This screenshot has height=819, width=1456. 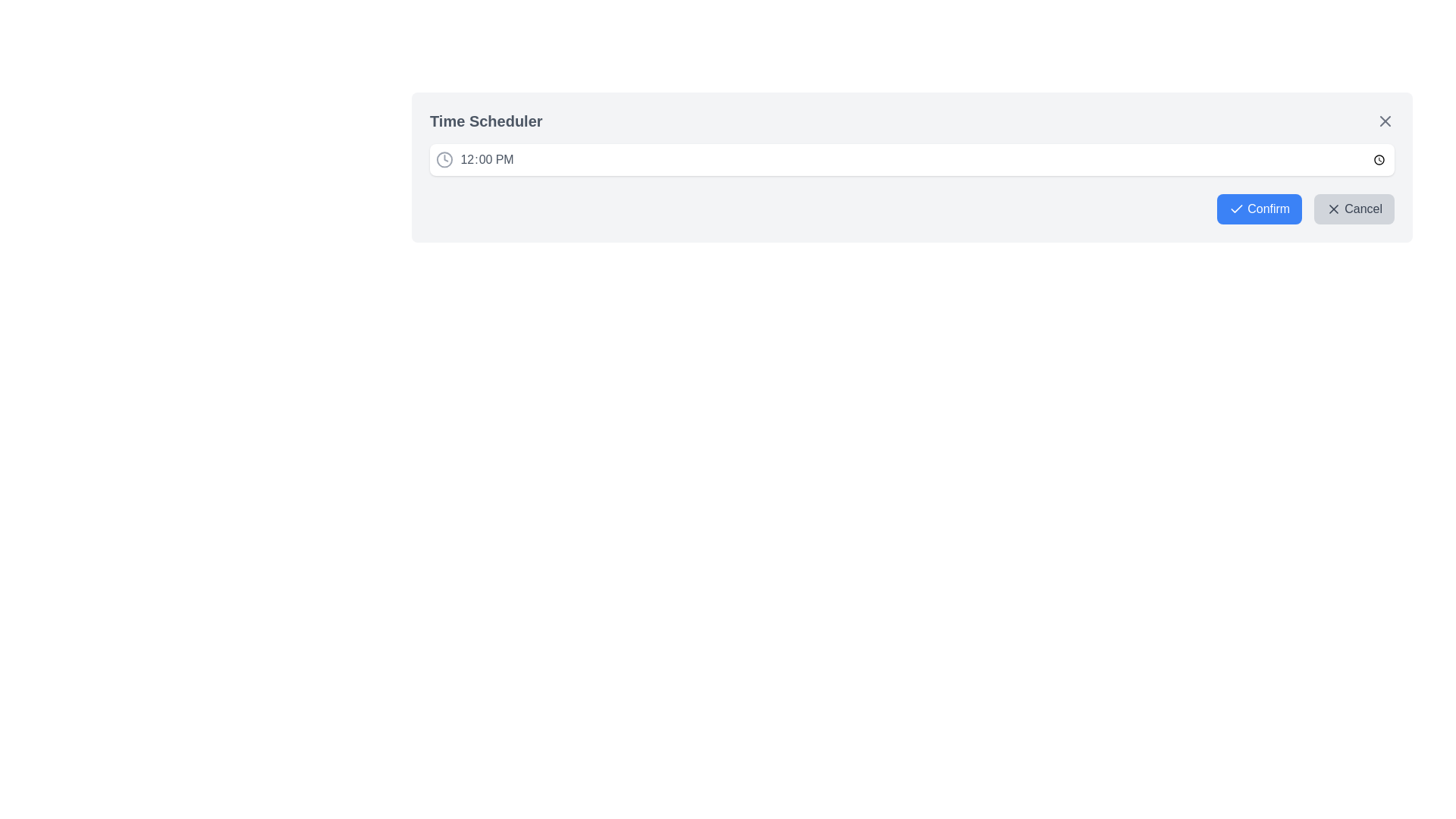 I want to click on the Text label at the top-left corner of the widget, which serves as the title or header for the interface, so click(x=486, y=120).